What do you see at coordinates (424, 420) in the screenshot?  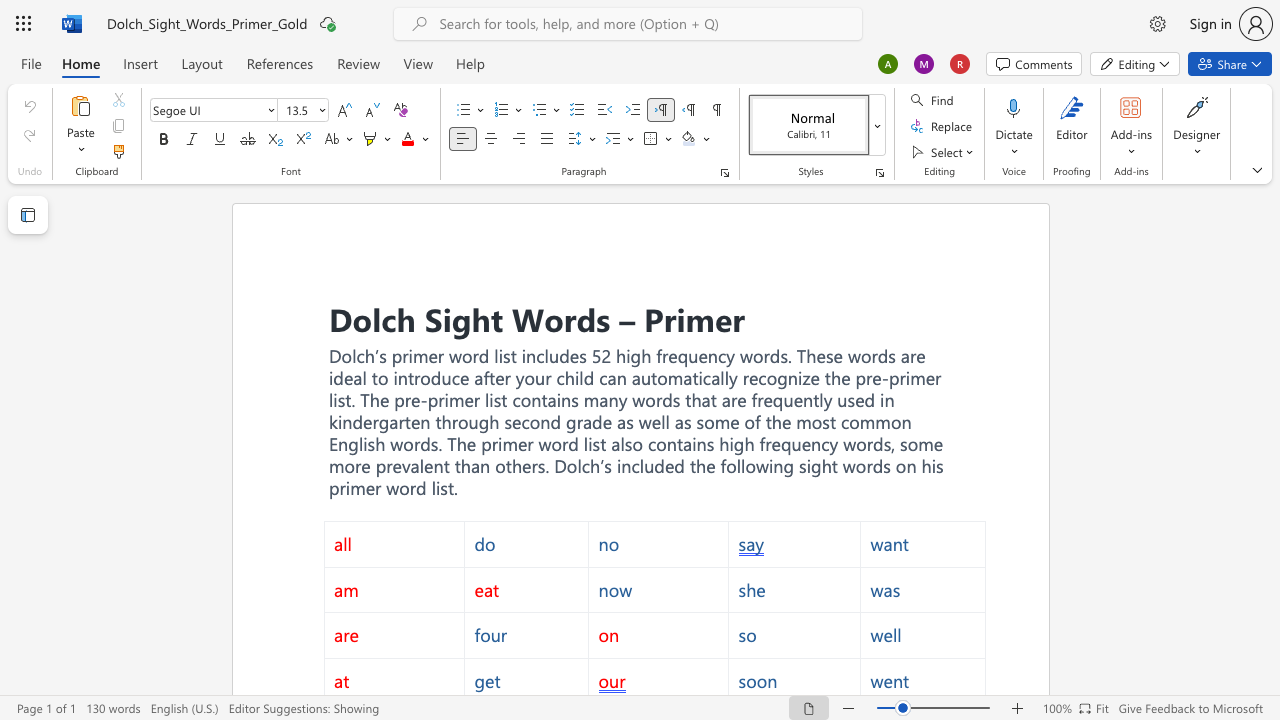 I see `the 3th character "n" in the text` at bounding box center [424, 420].